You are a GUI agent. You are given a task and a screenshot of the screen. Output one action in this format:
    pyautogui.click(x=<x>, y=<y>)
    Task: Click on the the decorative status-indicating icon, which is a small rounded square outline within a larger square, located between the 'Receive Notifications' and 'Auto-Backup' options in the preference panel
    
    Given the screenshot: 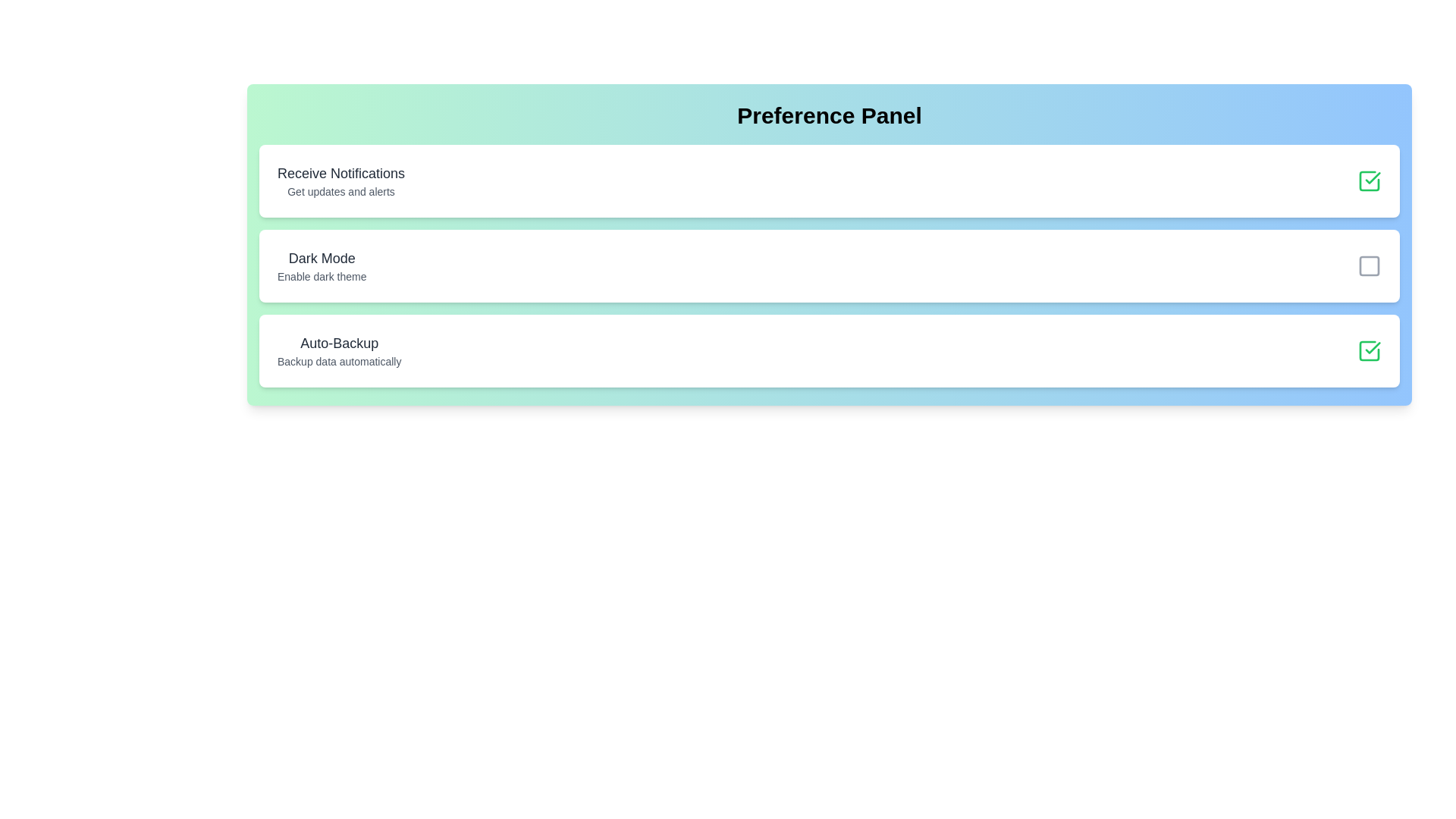 What is the action you would take?
    pyautogui.click(x=1369, y=265)
    